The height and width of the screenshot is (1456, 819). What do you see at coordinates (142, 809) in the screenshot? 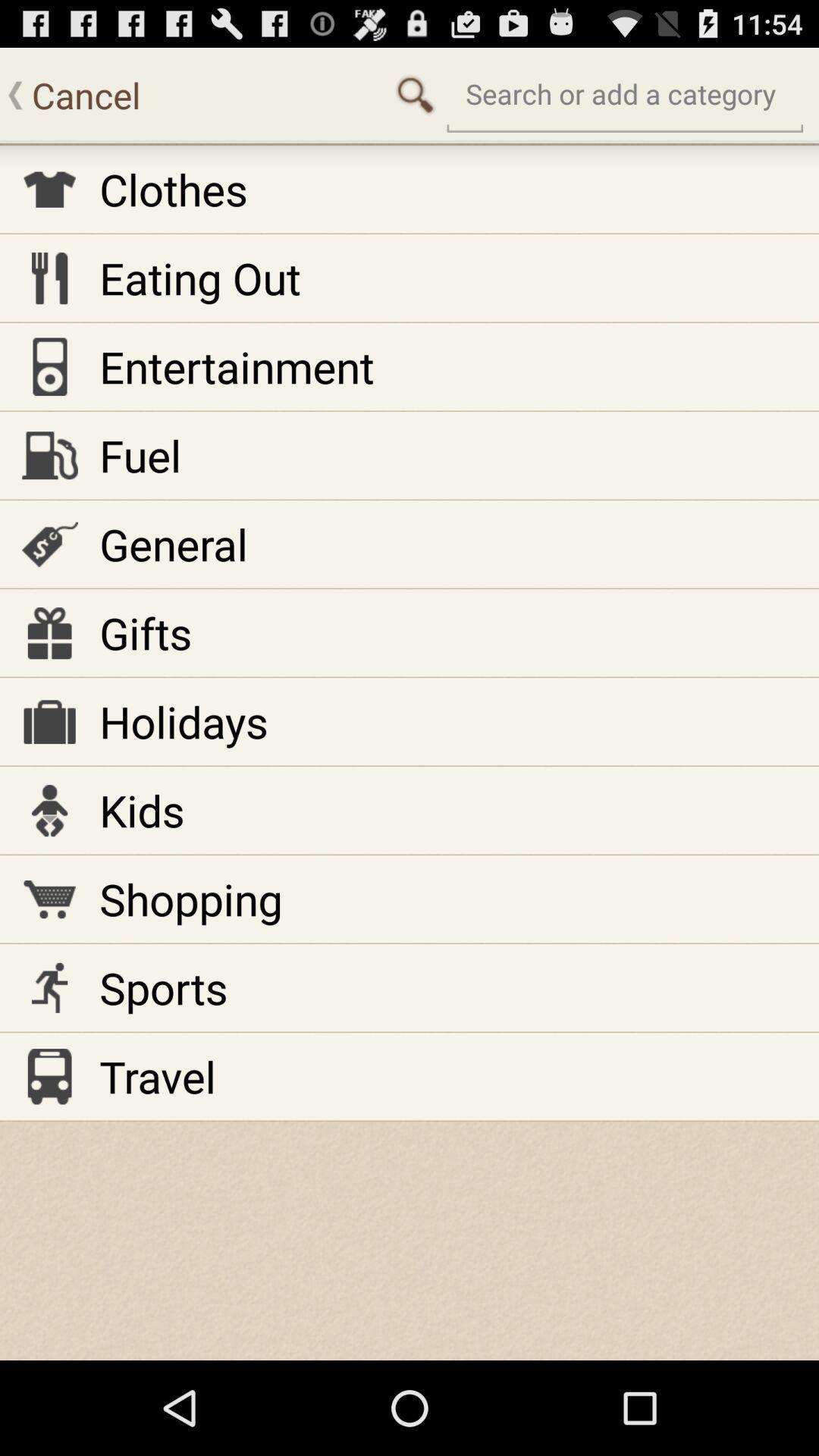
I see `kids item` at bounding box center [142, 809].